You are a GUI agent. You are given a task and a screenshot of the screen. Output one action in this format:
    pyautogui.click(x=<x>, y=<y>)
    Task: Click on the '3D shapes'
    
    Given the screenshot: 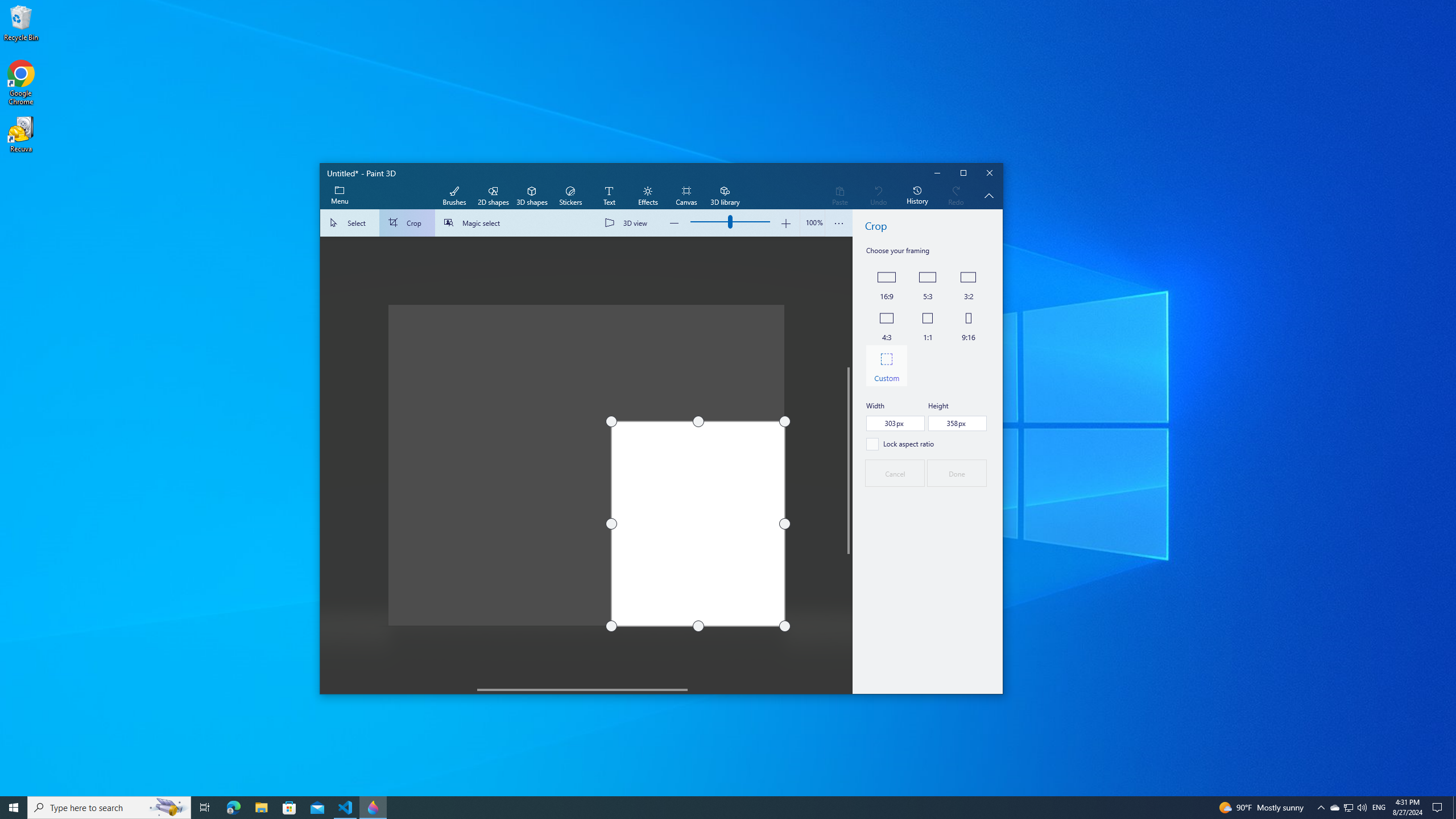 What is the action you would take?
    pyautogui.click(x=531, y=196)
    